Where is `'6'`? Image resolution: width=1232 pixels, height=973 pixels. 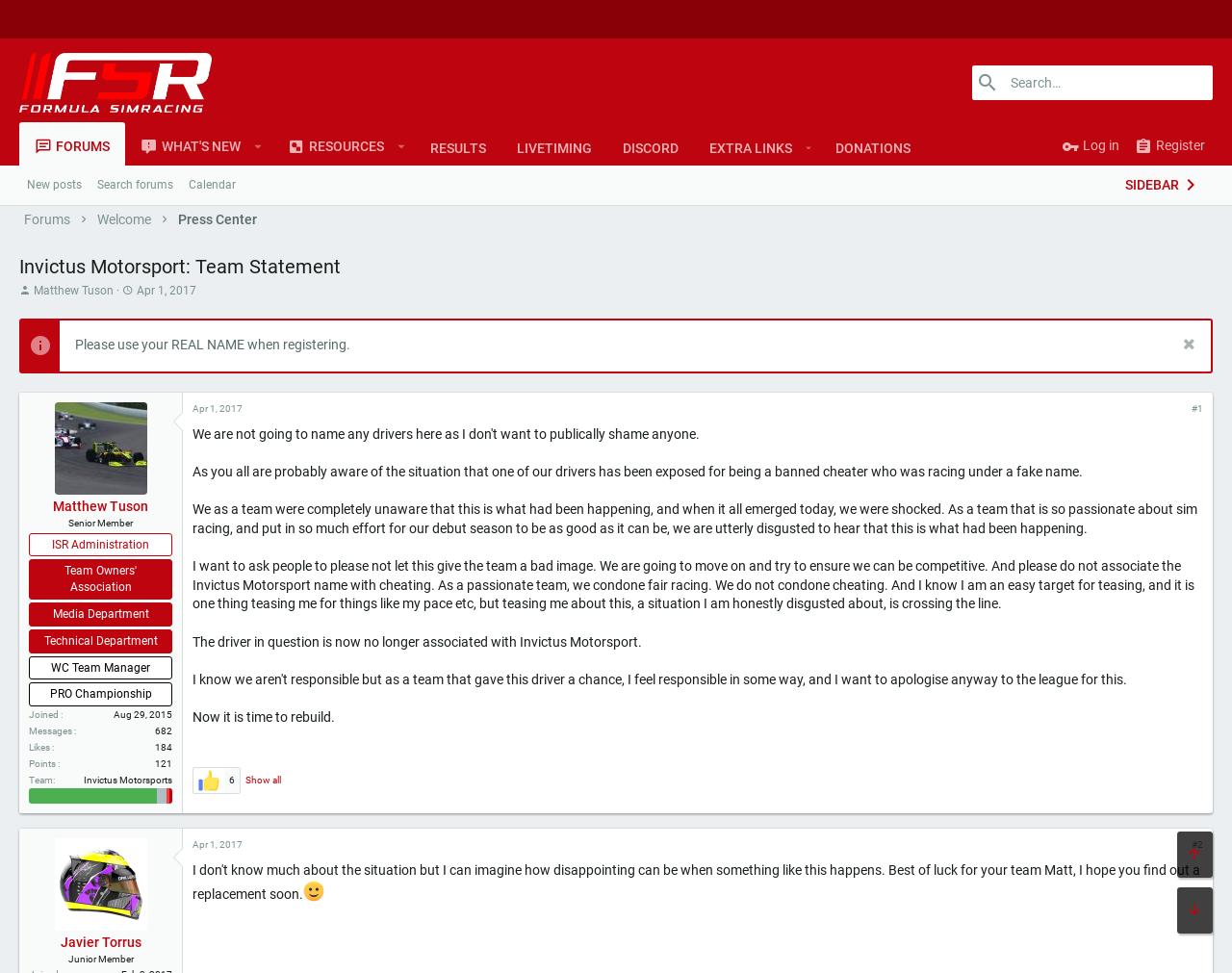
'6' is located at coordinates (231, 843).